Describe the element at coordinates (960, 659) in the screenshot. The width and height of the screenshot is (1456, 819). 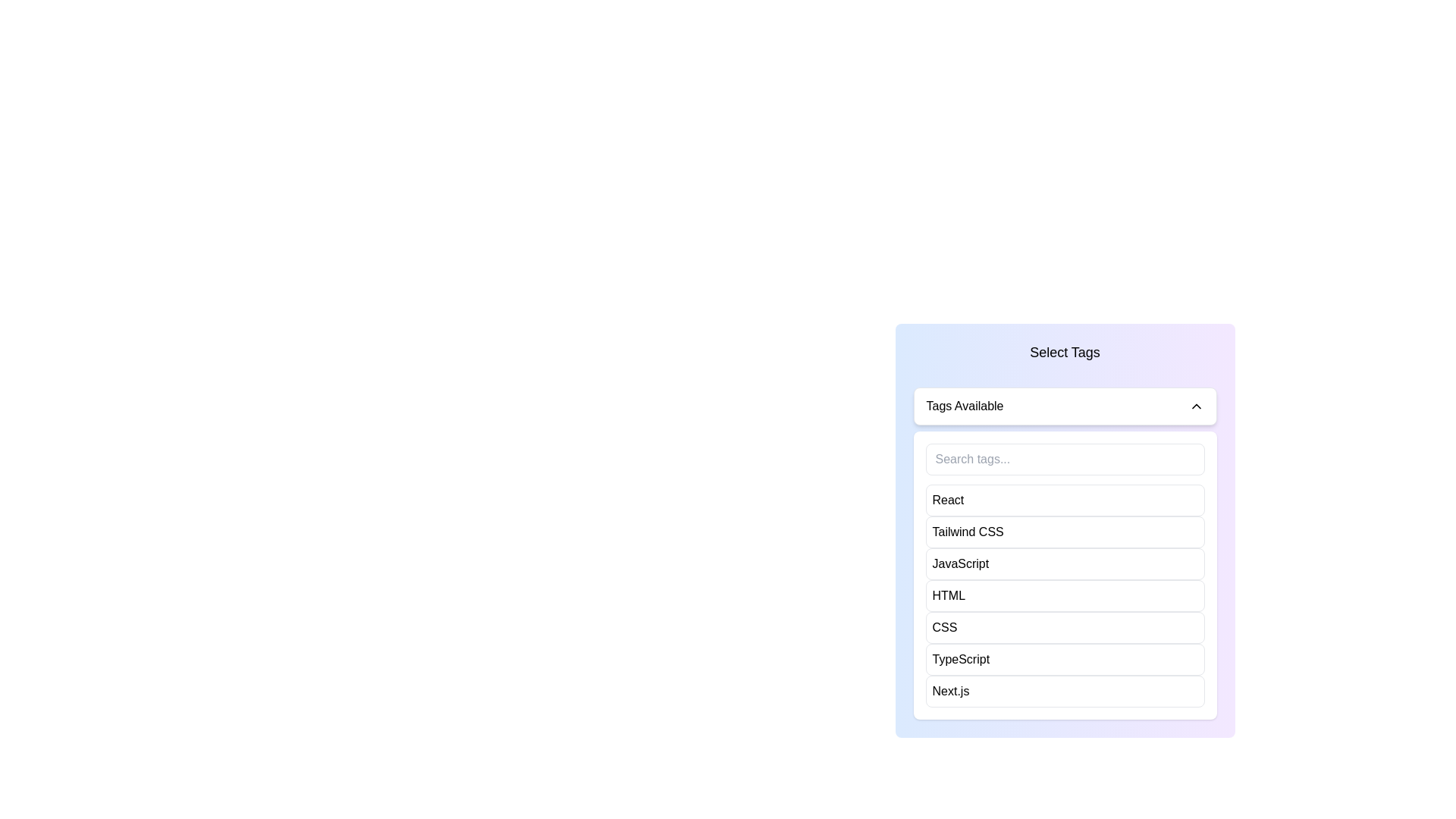
I see `the selectable tag for 'TypeScript' located sixth in the dropdown menu under 'Select Tags'` at that location.